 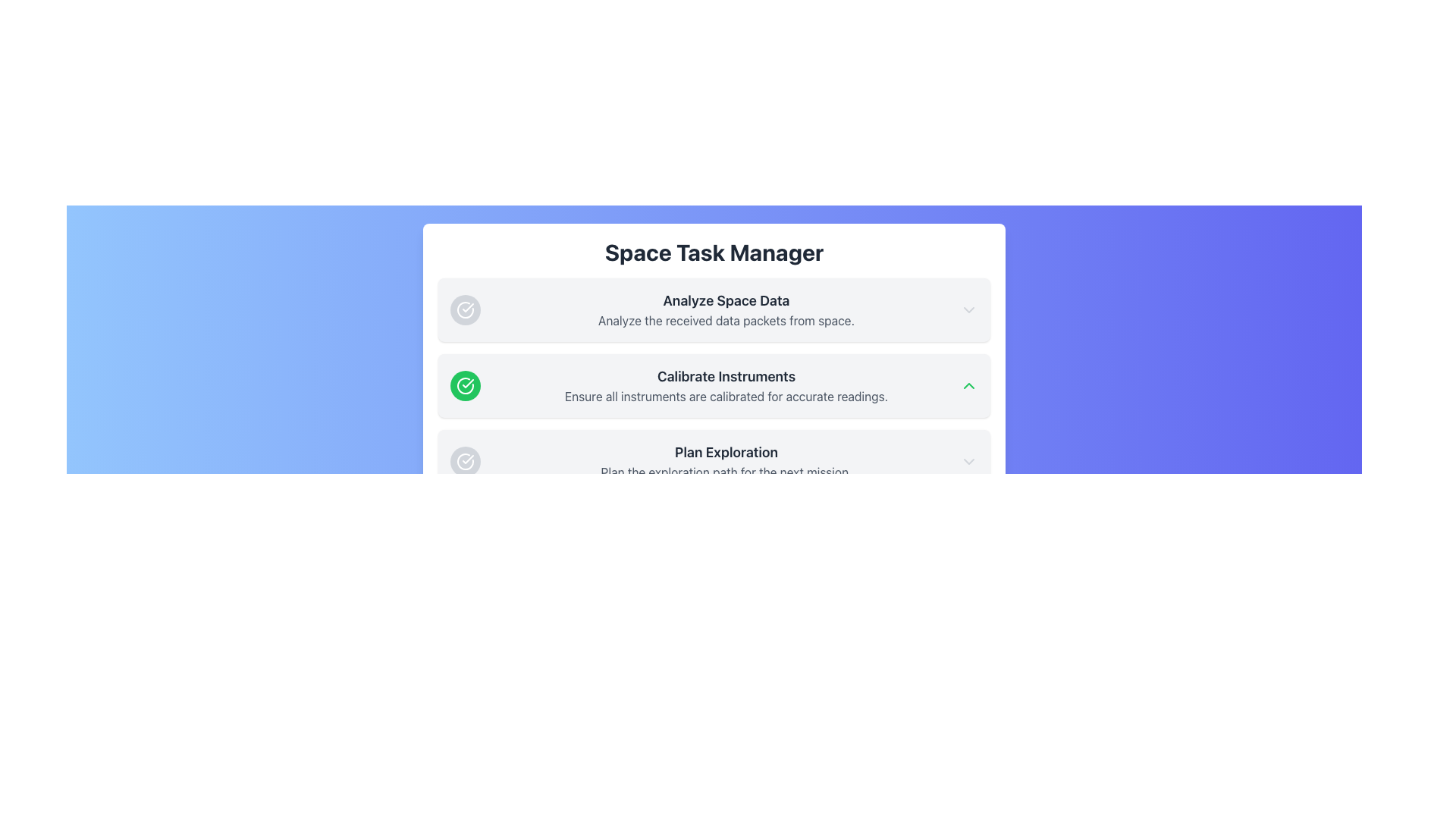 I want to click on the 'Plan Exploration' text label, which is styled with a large, bold dark gray font and is the third task item under 'Space Task Manager', to access adjacent buttons or options associated with this task, so click(x=726, y=452).